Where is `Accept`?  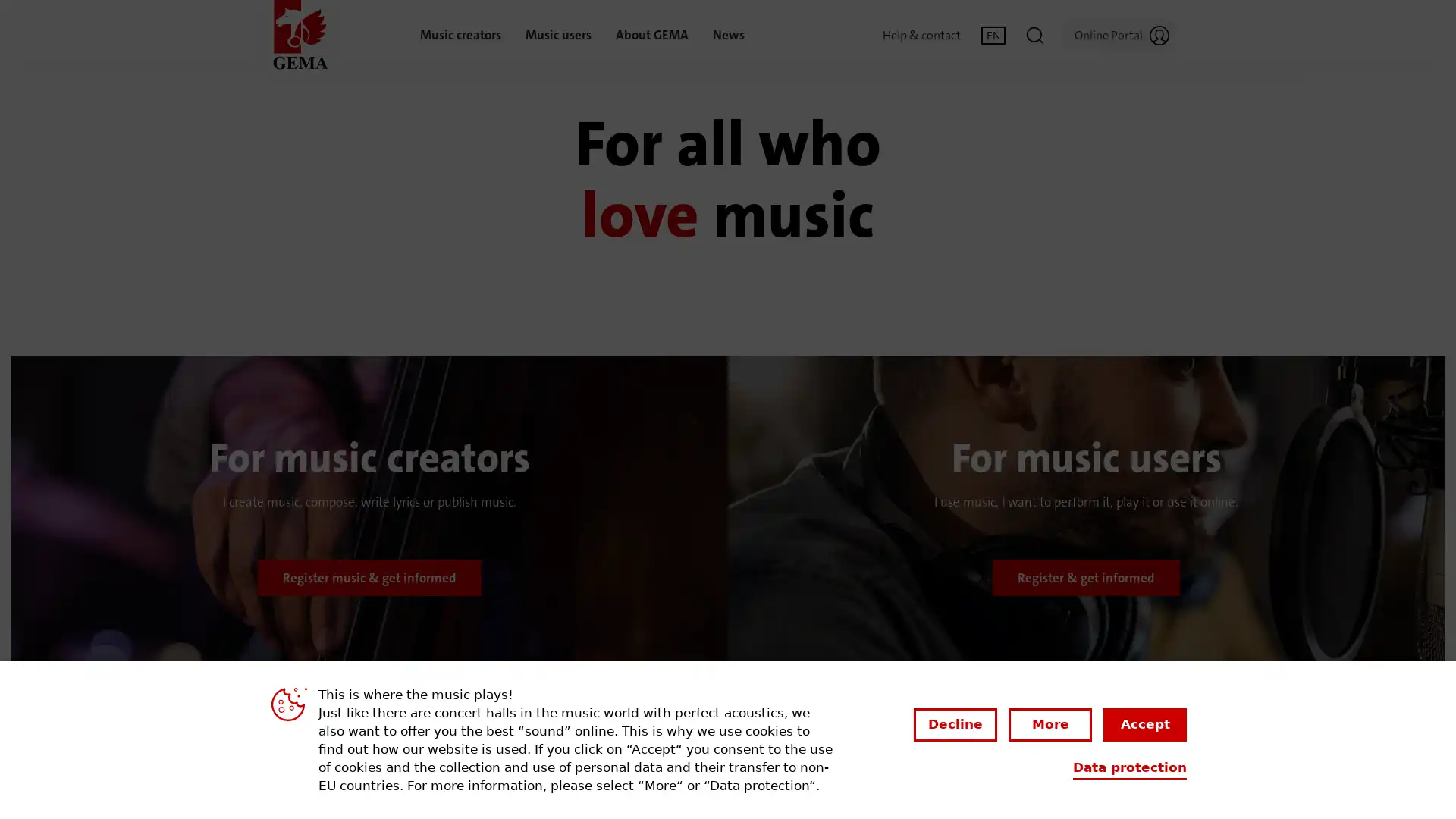
Accept is located at coordinates (1145, 723).